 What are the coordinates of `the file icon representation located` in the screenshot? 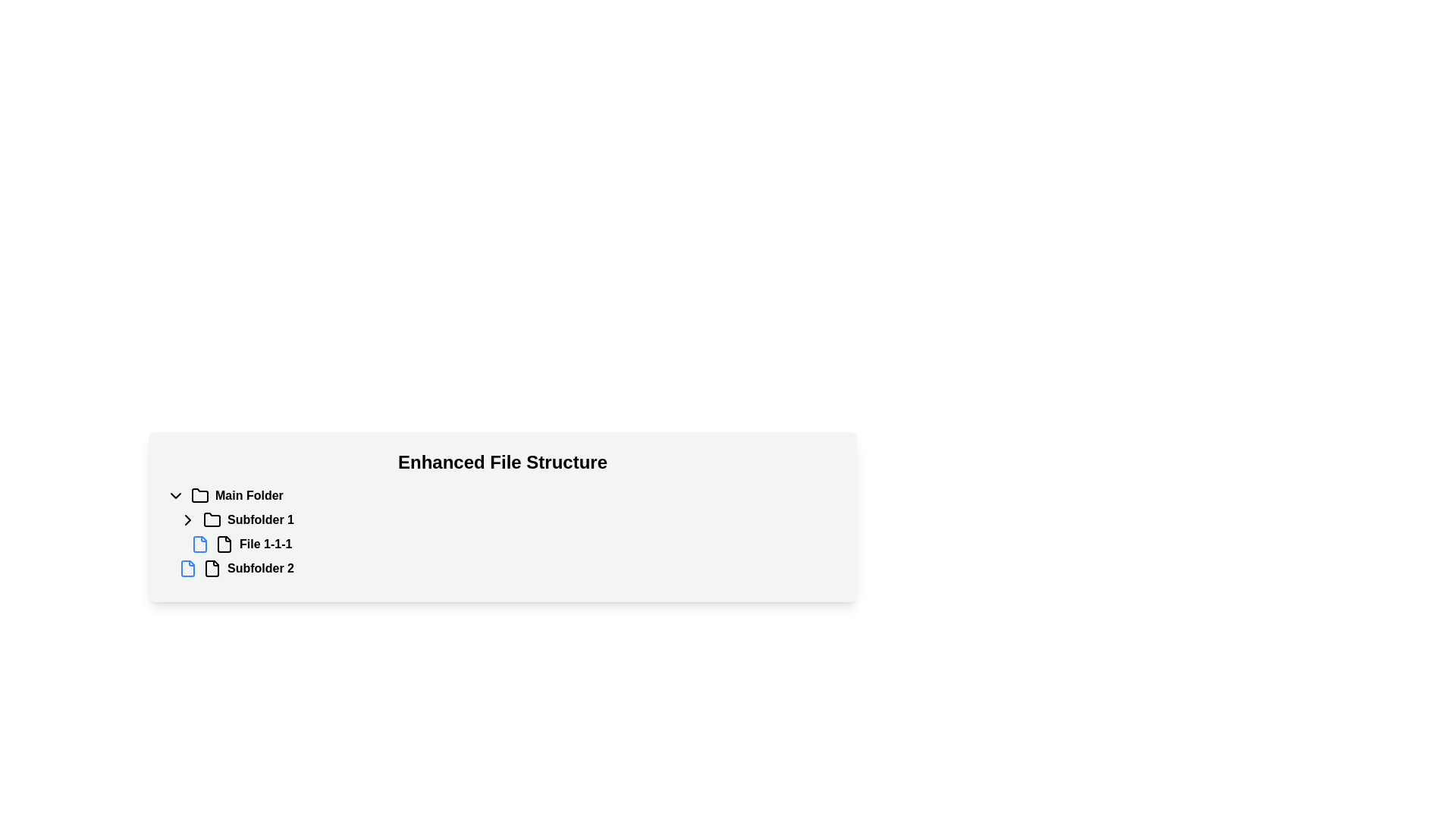 It's located at (211, 568).